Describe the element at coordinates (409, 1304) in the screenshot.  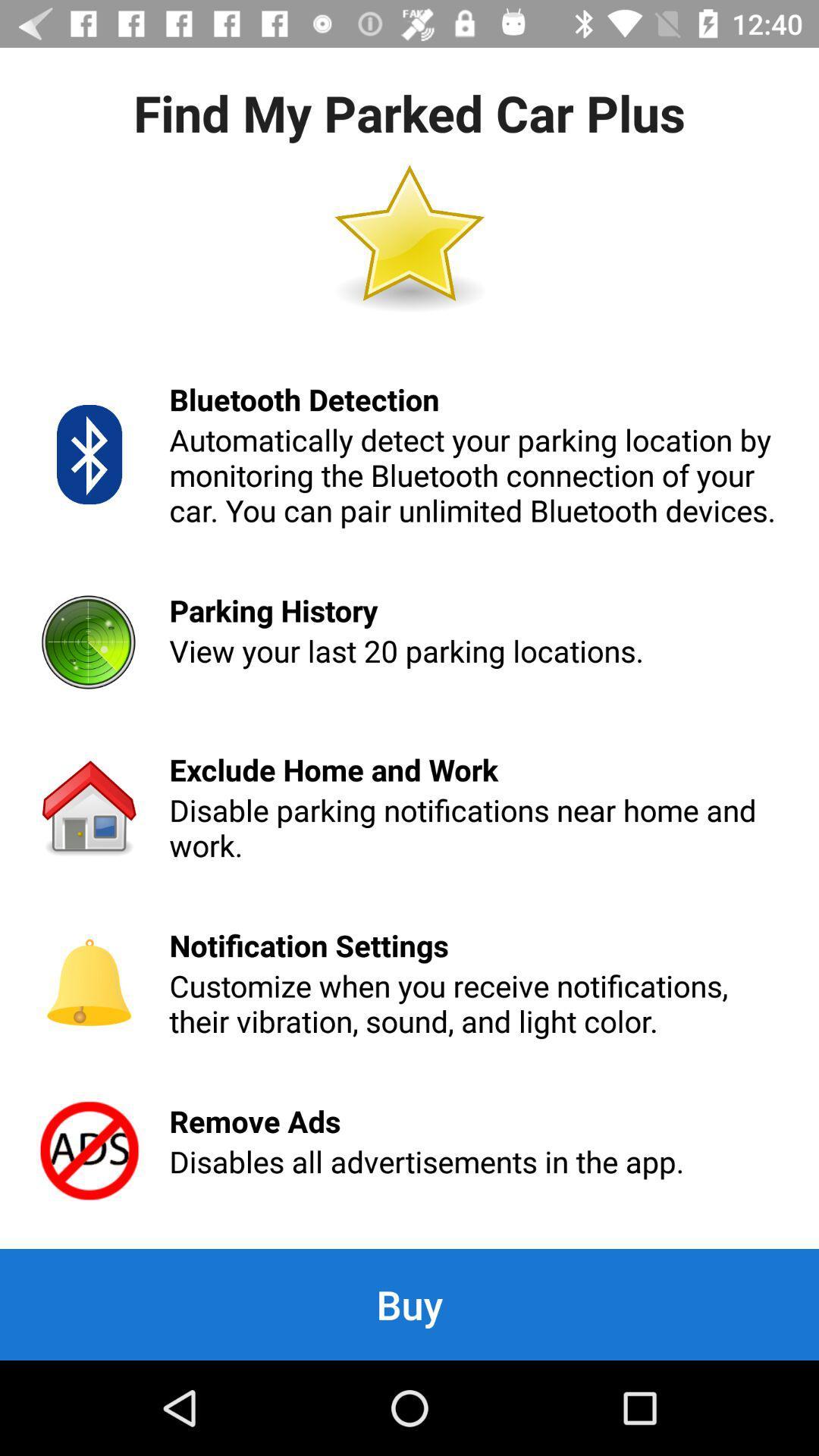
I see `the buy` at that location.